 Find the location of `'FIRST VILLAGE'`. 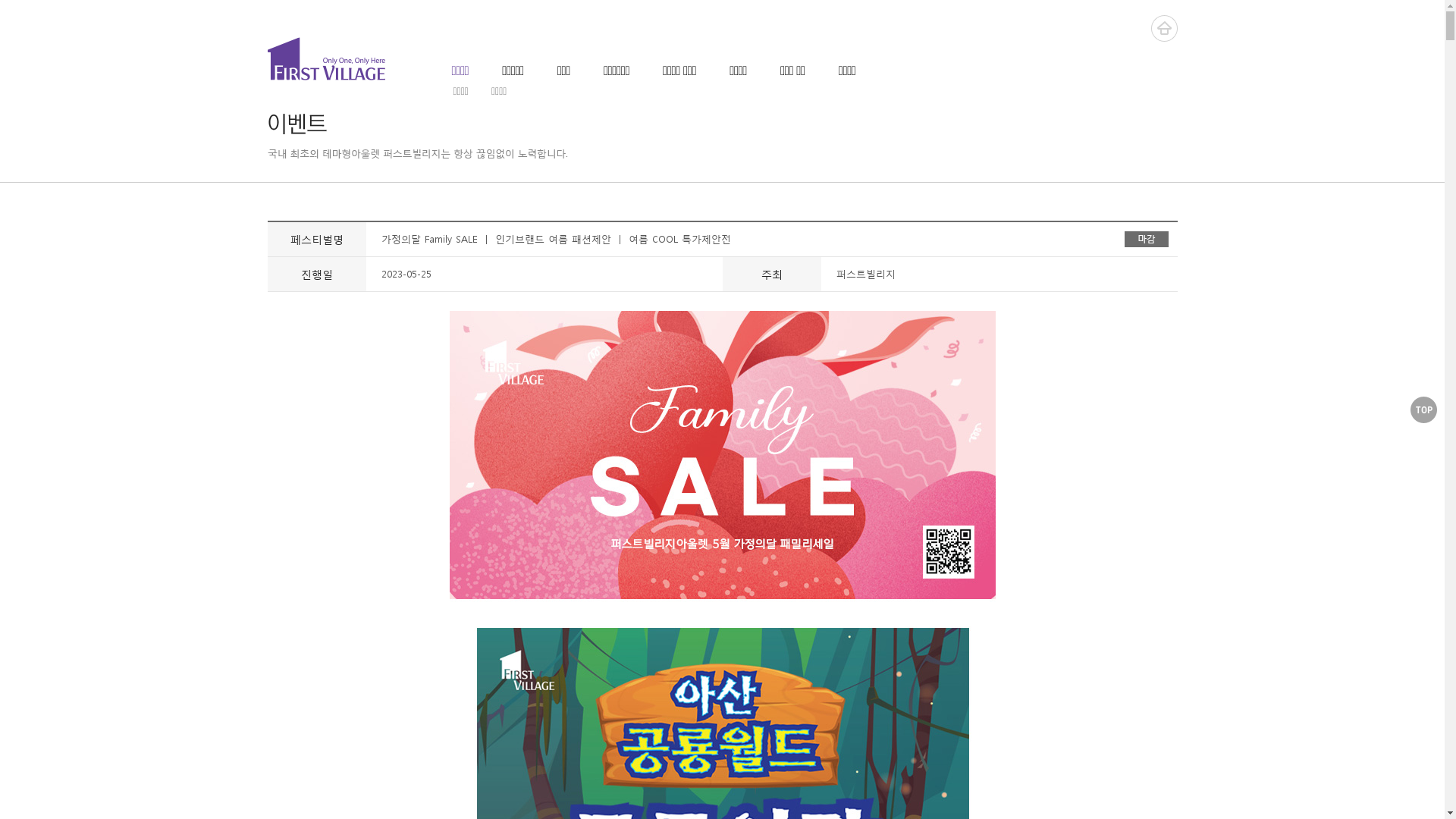

'FIRST VILLAGE' is located at coordinates (325, 58).